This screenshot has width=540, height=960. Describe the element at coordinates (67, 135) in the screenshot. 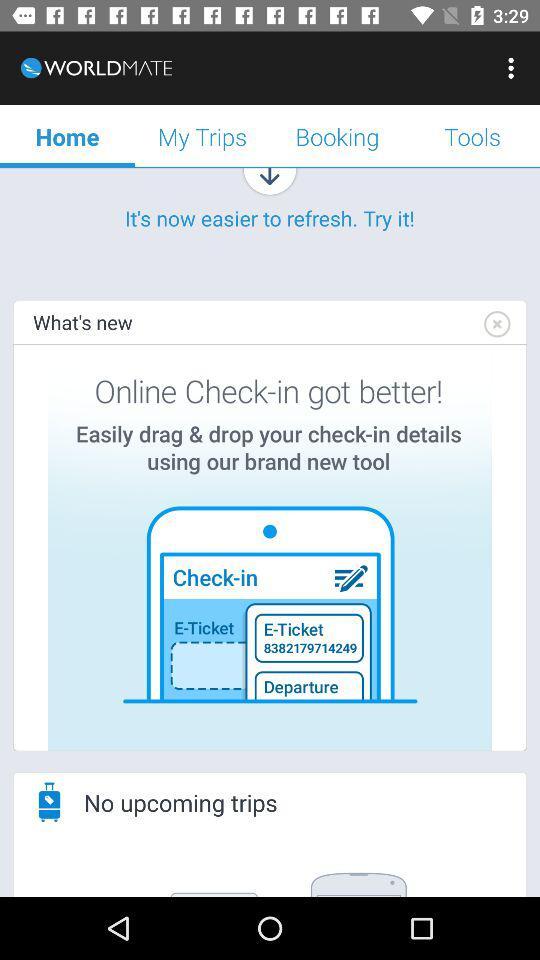

I see `the home app` at that location.